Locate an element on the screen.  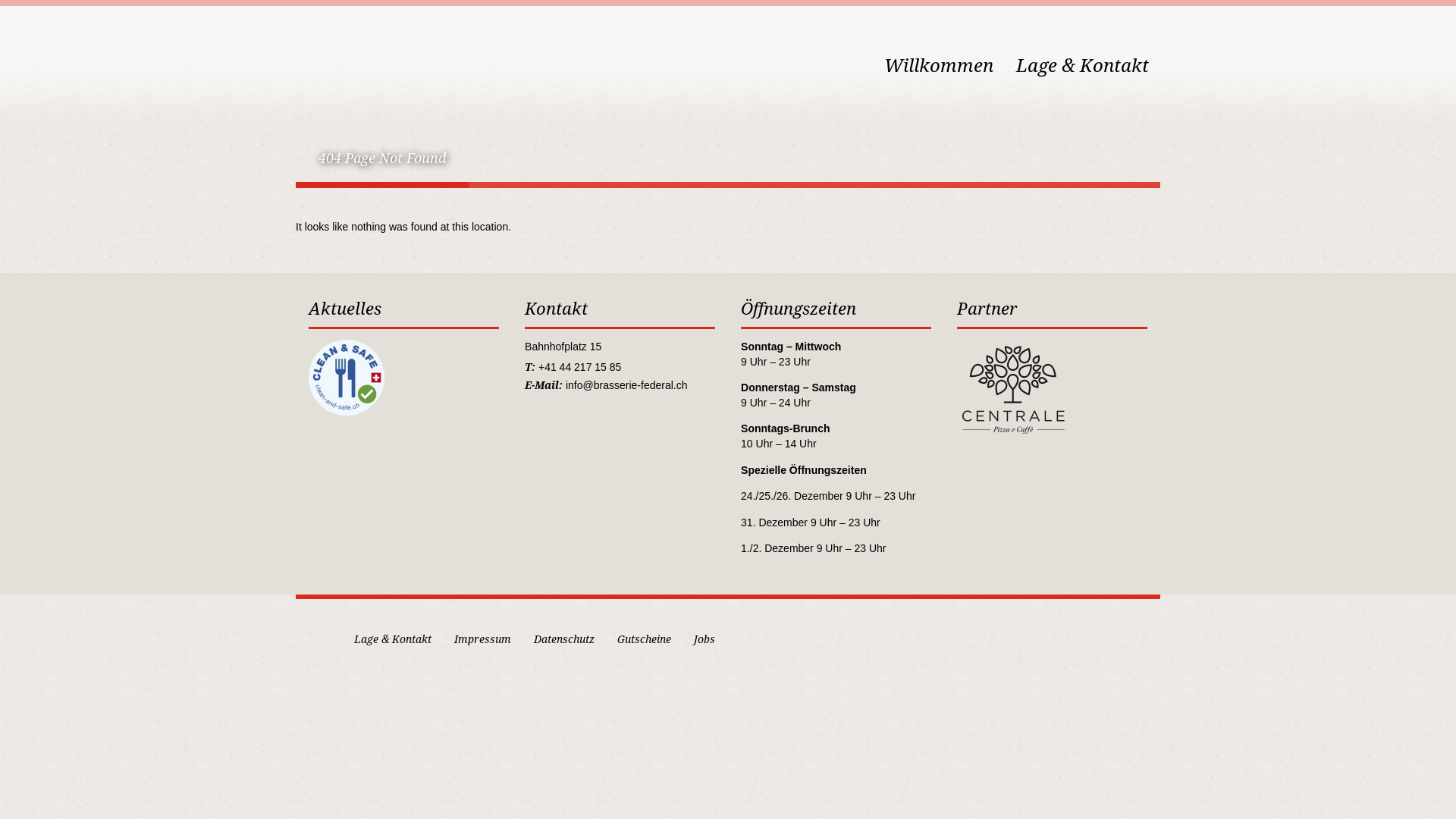
'Datenschutz' is located at coordinates (563, 639).